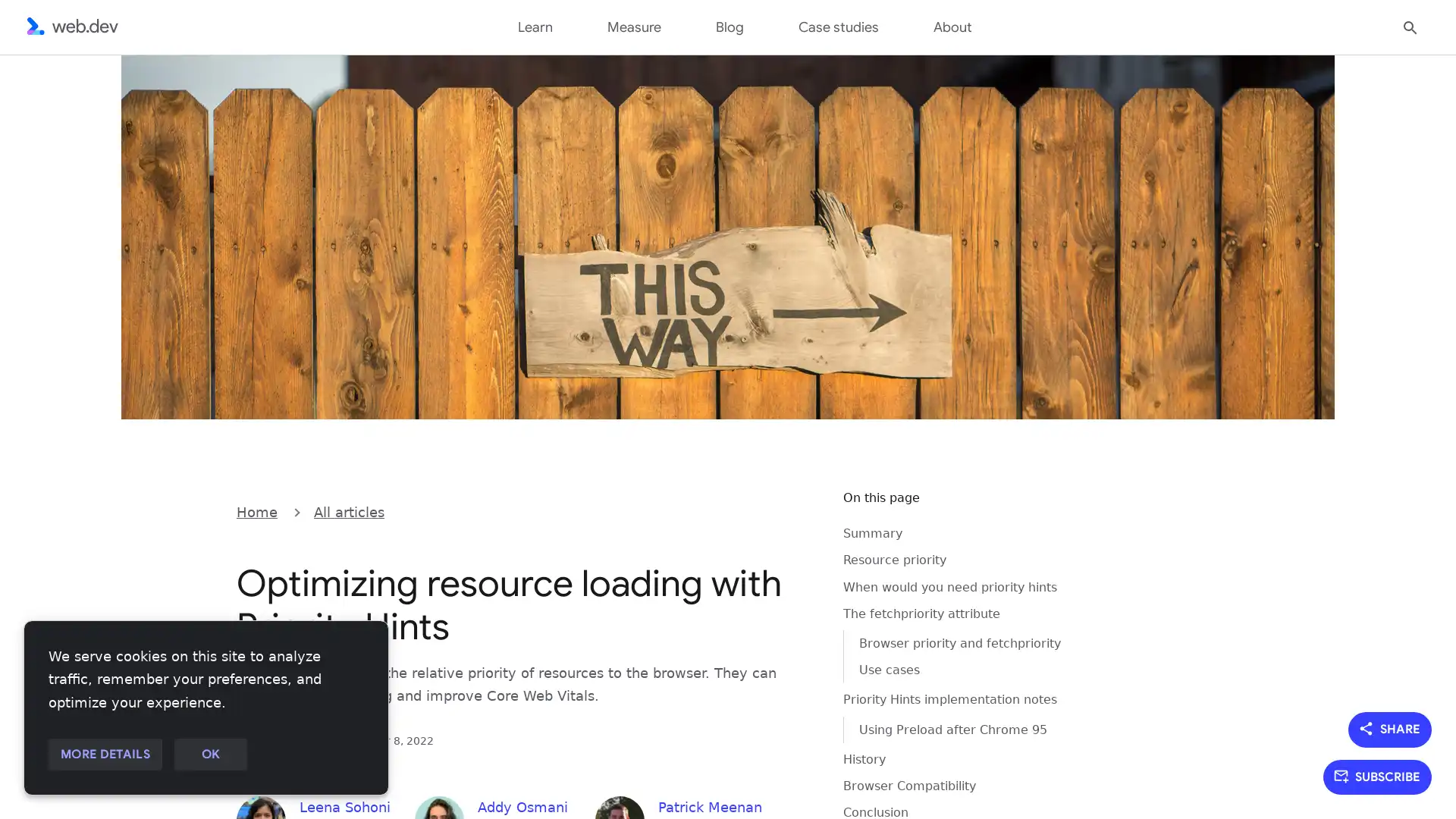 The width and height of the screenshot is (1456, 819). Describe the element at coordinates (1390, 728) in the screenshot. I see `SHARE` at that location.